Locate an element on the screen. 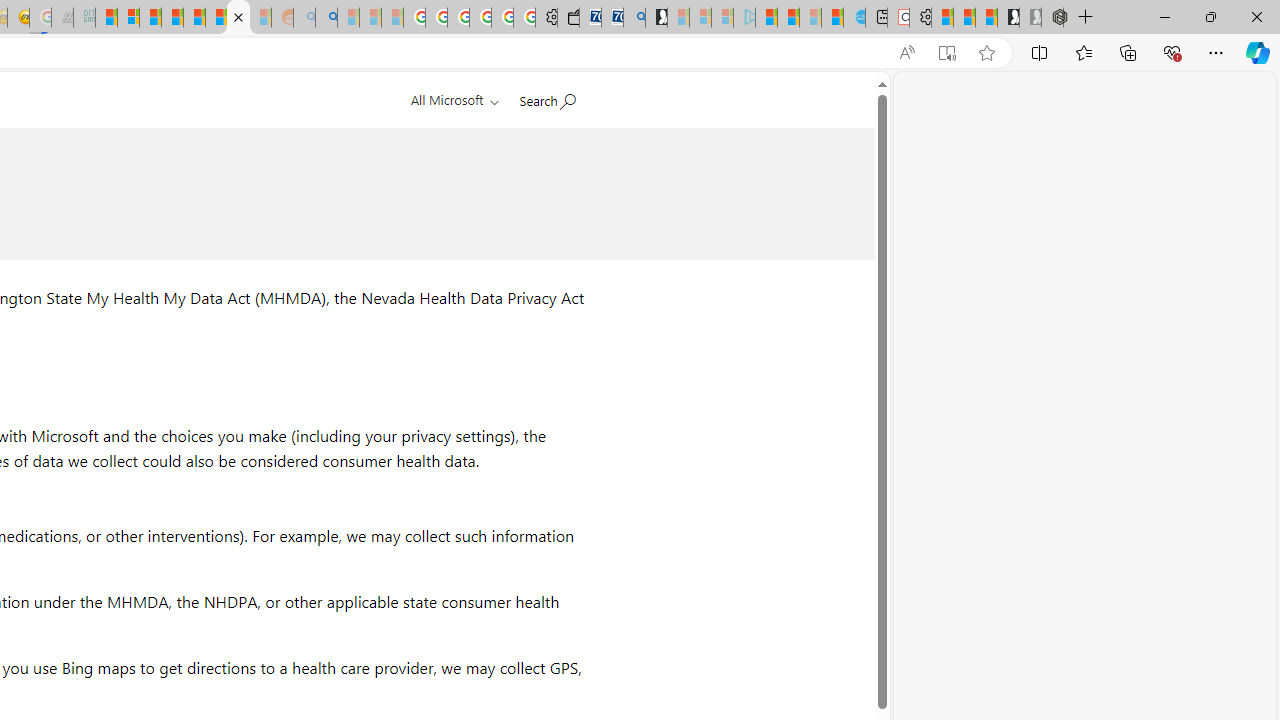 The height and width of the screenshot is (720, 1280). 'Wallet' is located at coordinates (567, 17).